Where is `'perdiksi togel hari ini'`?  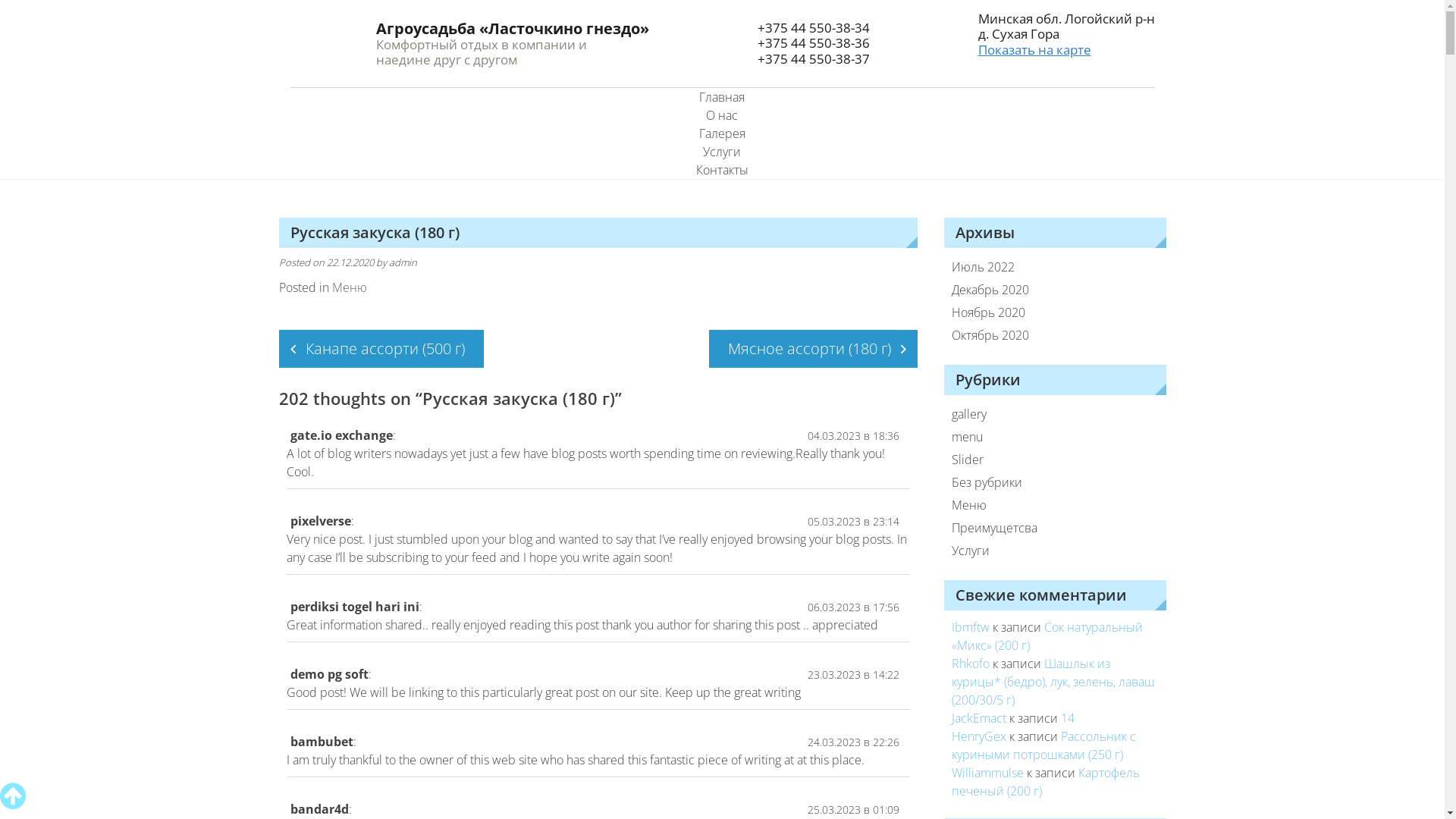
'perdiksi togel hari ini' is located at coordinates (353, 605).